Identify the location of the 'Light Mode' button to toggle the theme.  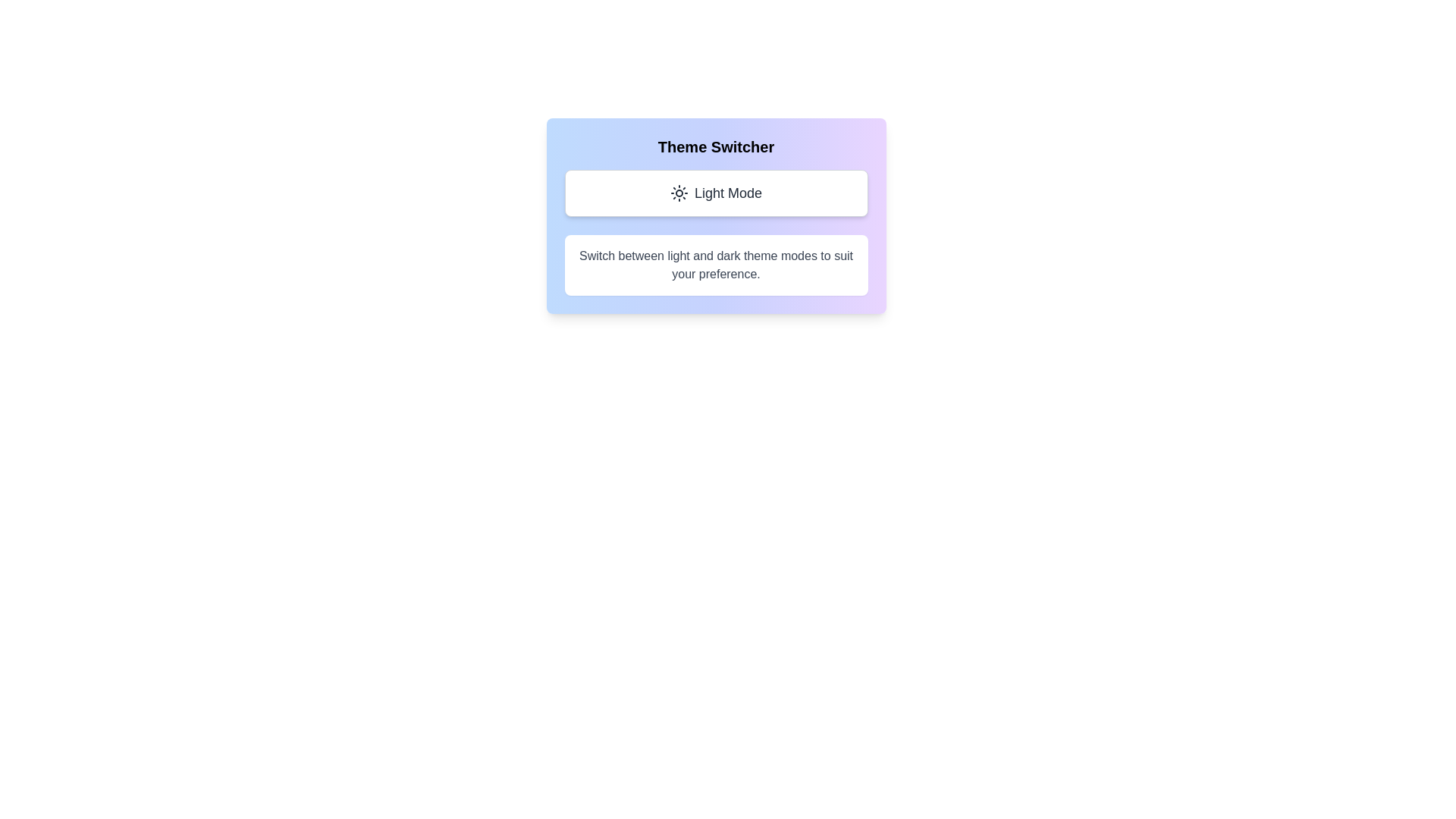
(715, 192).